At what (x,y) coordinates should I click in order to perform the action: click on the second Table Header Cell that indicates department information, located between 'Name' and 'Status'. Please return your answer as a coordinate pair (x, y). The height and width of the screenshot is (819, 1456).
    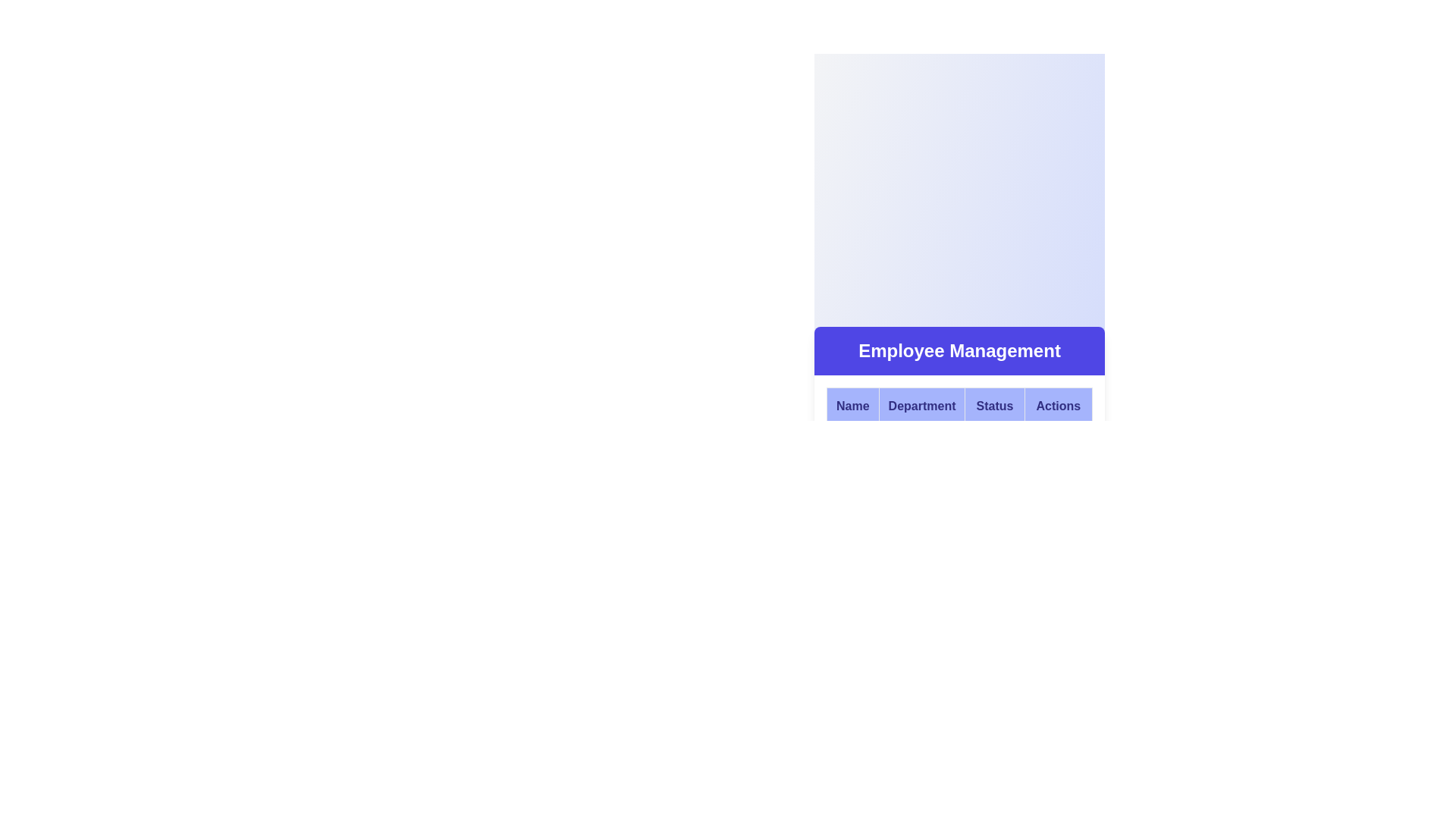
    Looking at the image, I should click on (921, 405).